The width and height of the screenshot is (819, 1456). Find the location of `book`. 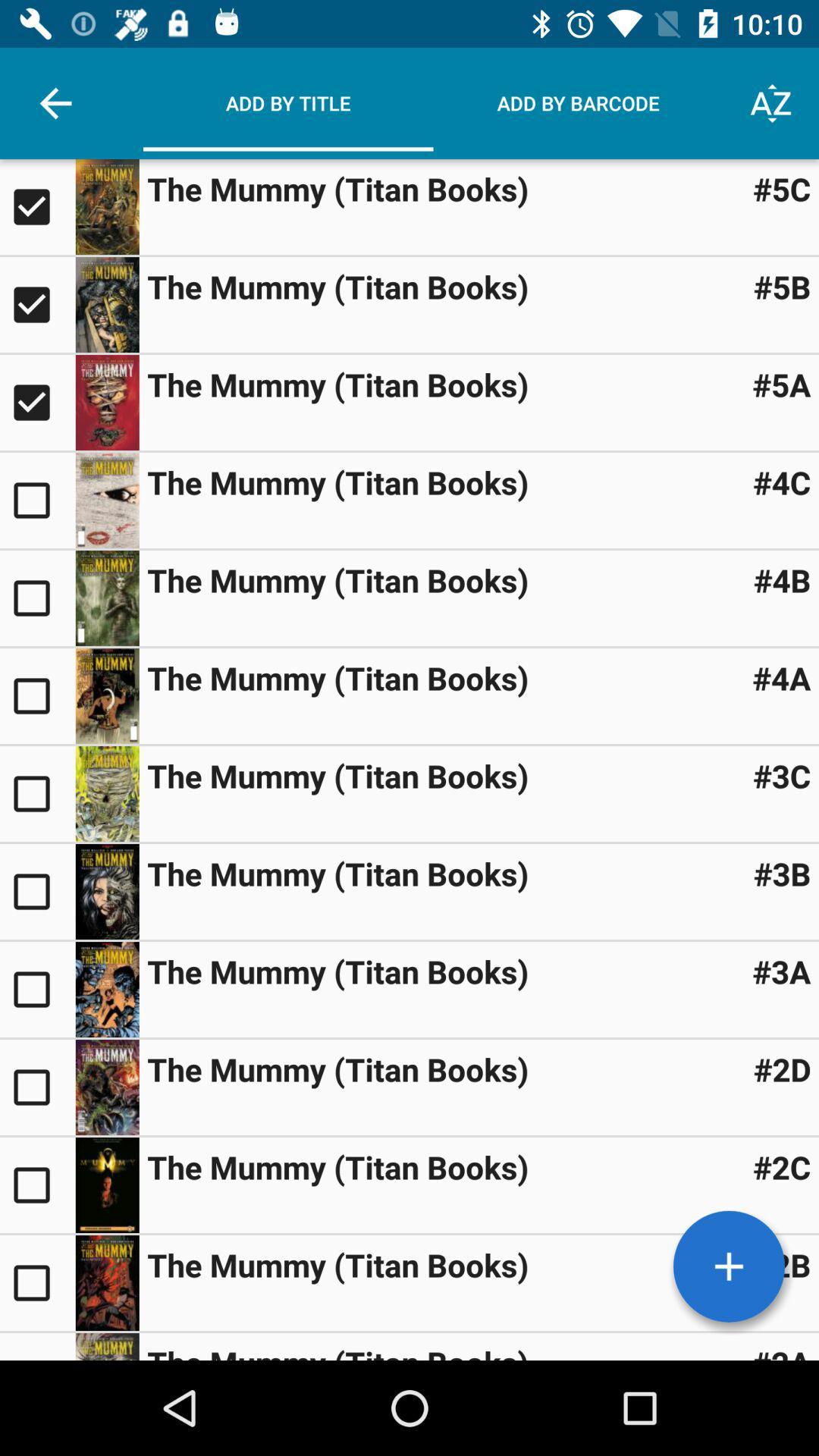

book is located at coordinates (728, 1266).